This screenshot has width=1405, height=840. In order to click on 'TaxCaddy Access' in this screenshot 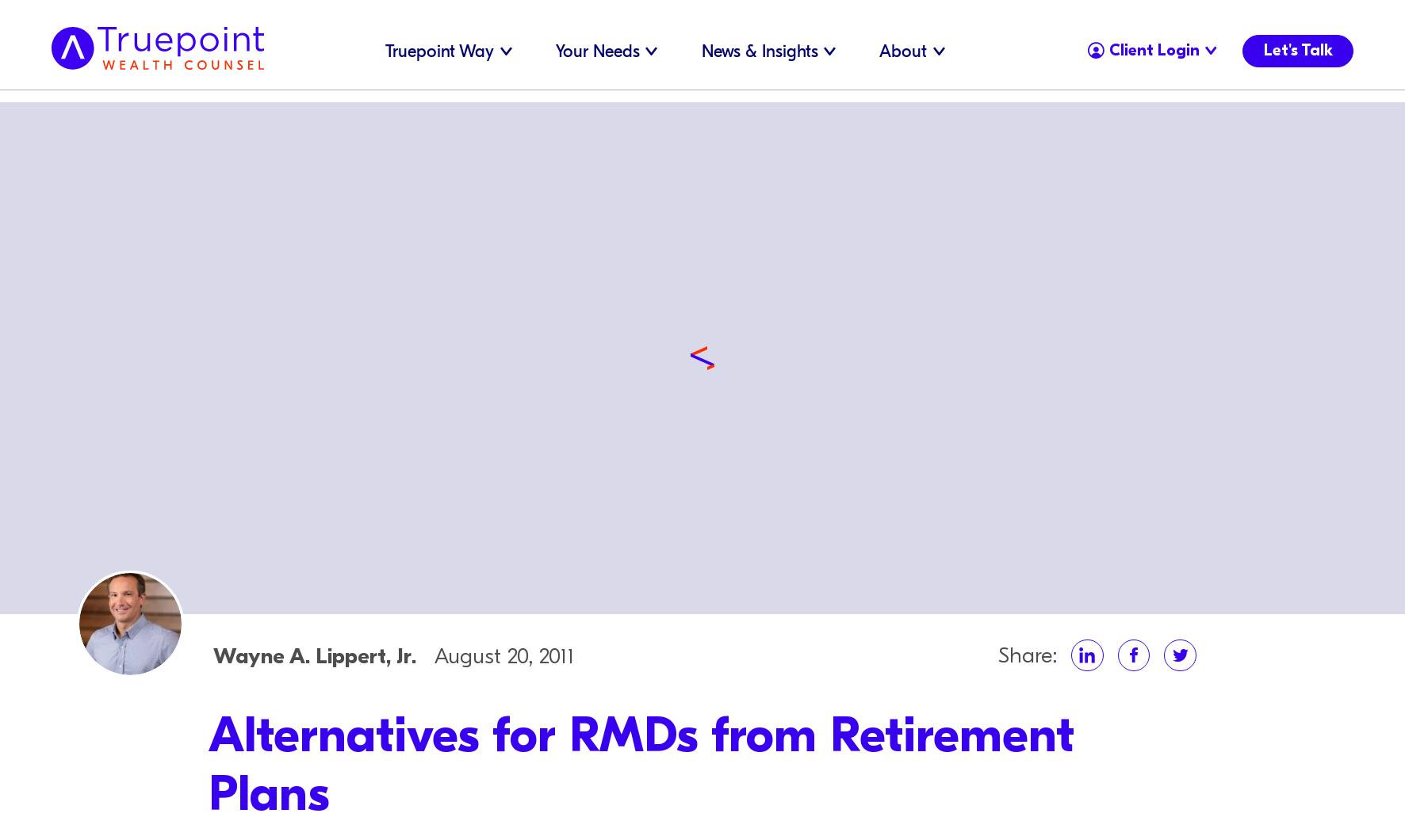, I will do `click(1138, 44)`.